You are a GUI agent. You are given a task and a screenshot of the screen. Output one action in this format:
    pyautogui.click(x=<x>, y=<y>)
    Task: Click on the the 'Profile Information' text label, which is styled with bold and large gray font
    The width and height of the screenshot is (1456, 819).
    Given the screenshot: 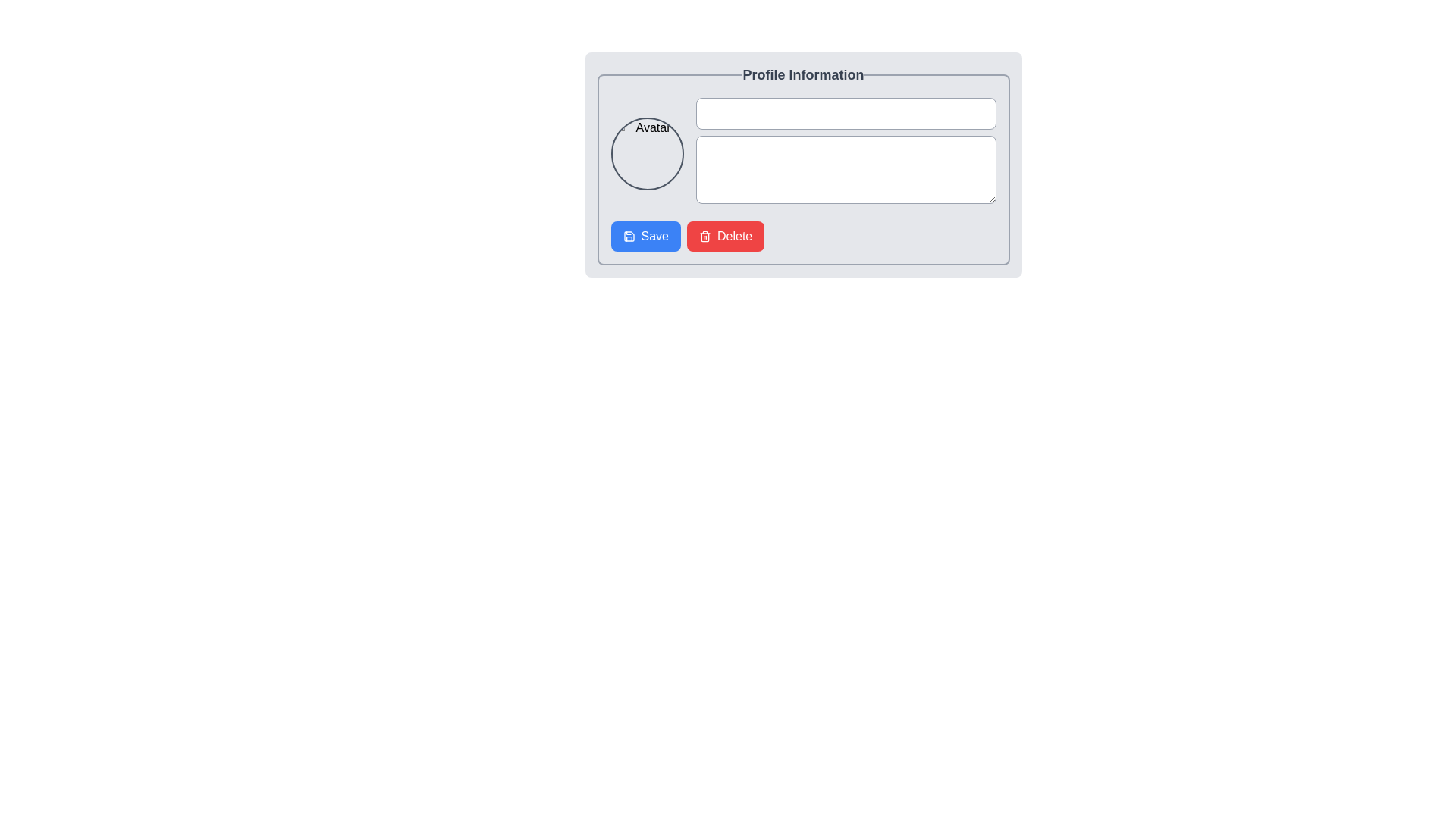 What is the action you would take?
    pyautogui.click(x=802, y=75)
    